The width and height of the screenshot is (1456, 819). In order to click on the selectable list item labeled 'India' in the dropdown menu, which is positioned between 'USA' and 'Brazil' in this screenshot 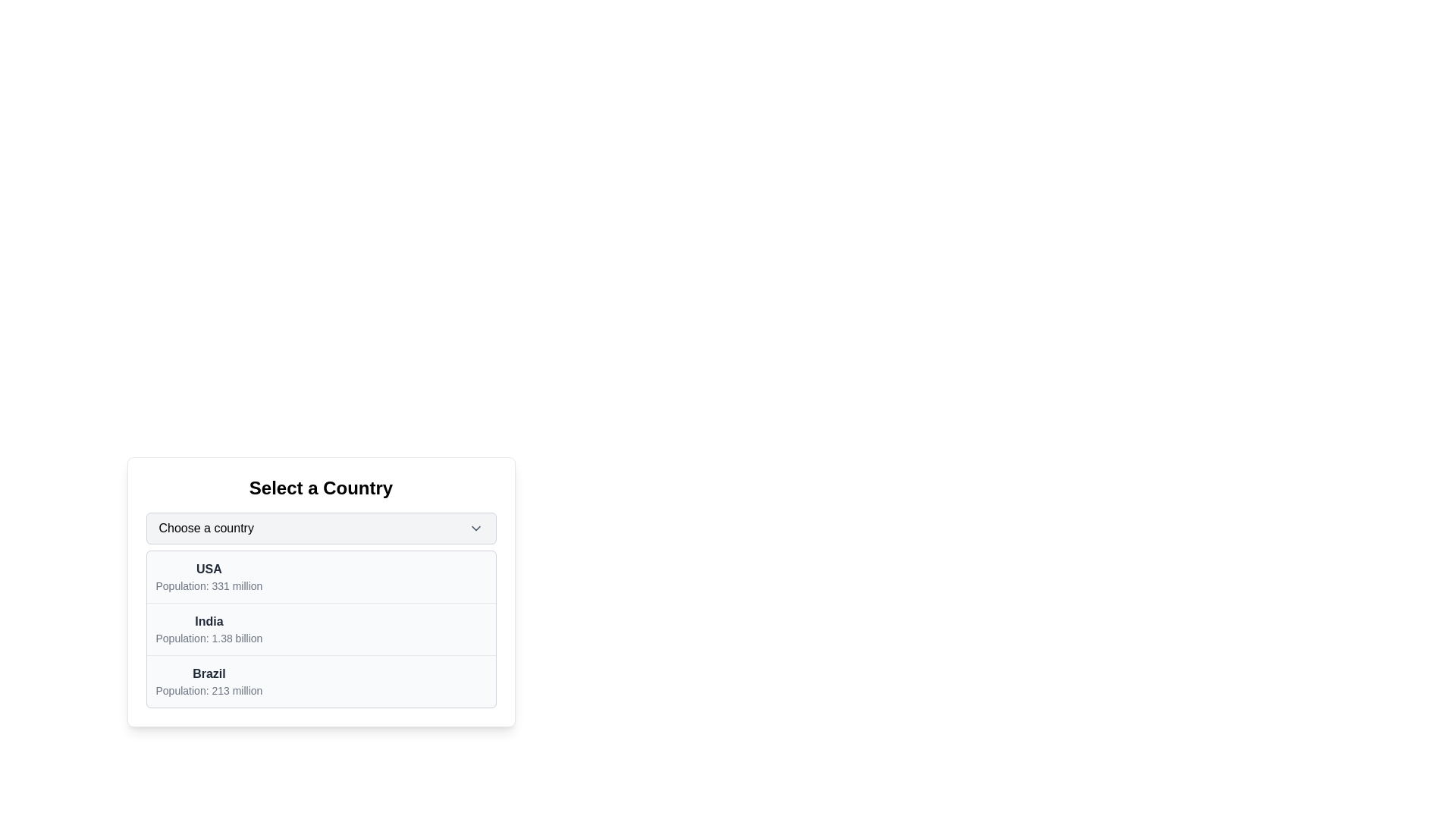, I will do `click(208, 629)`.